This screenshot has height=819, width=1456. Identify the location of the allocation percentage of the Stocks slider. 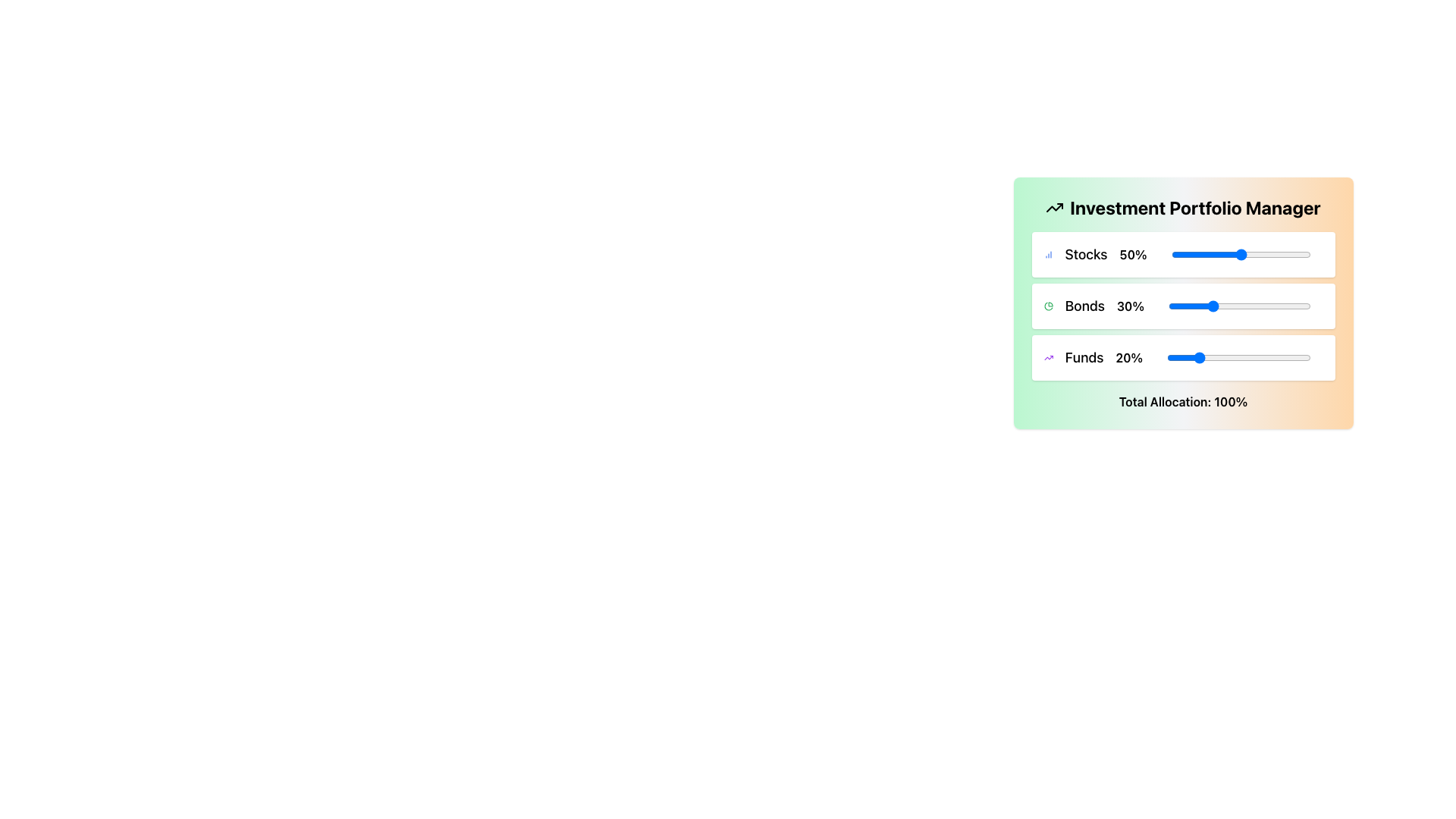
(1286, 253).